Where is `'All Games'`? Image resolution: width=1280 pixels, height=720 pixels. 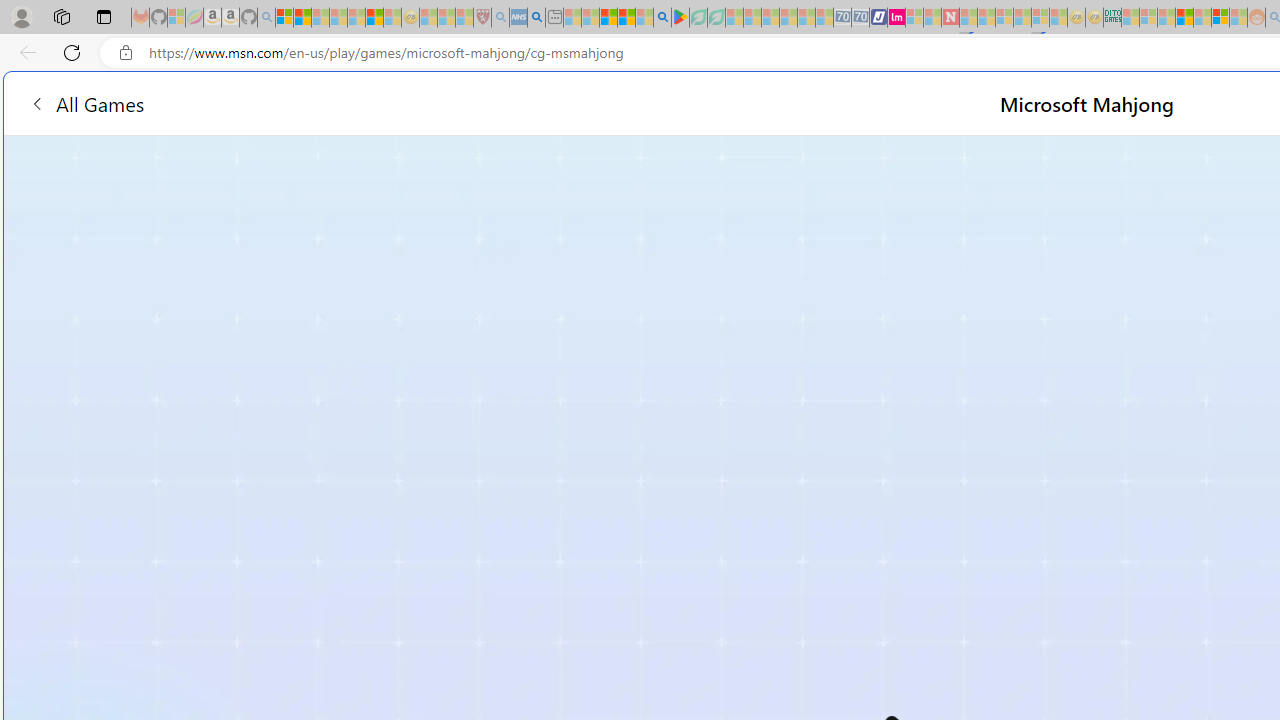
'All Games' is located at coordinates (85, 103).